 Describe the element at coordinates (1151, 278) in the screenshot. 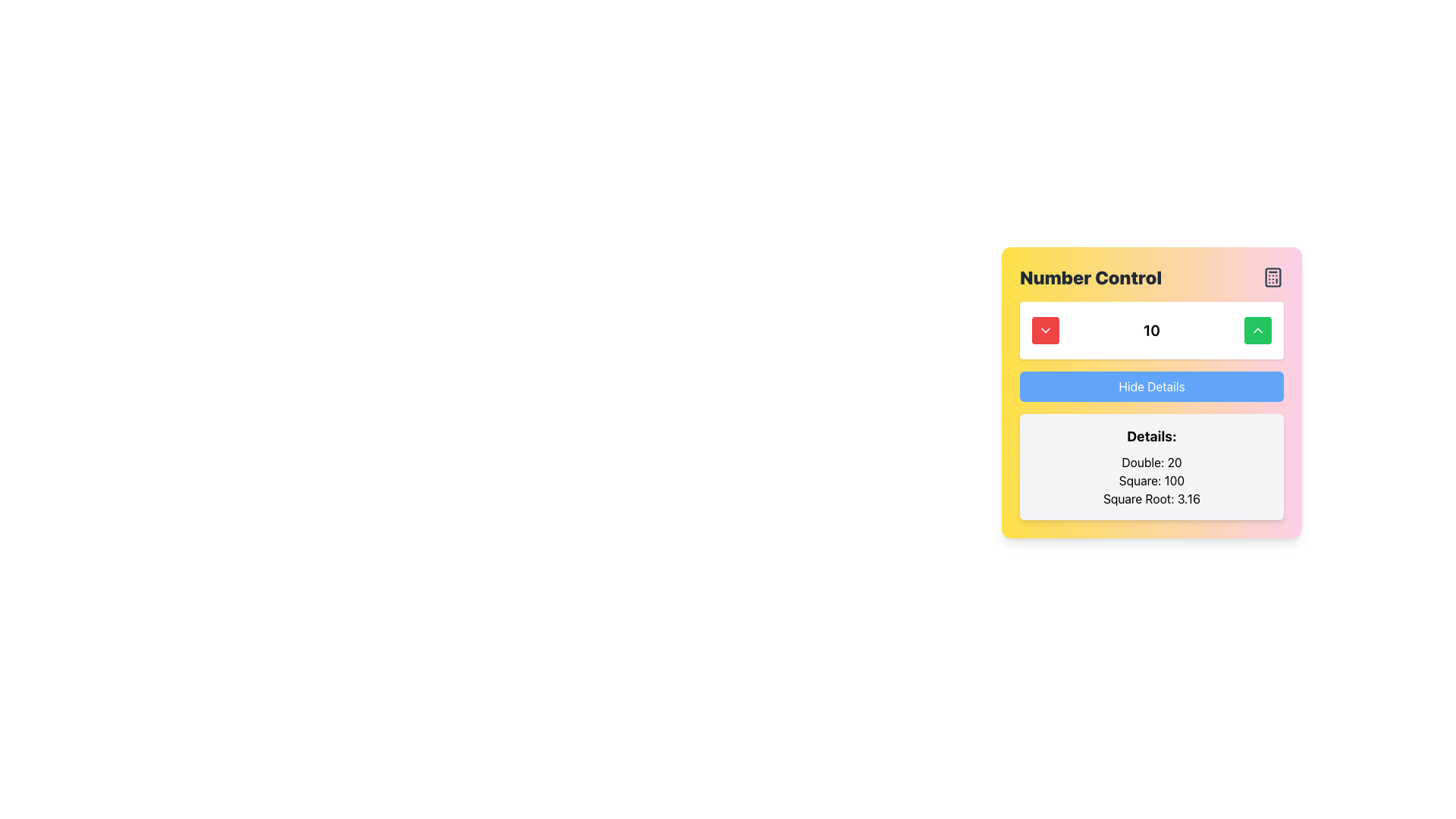

I see `the Static Text Header labeled 'Number Control' with a gradient background from yellow to pink, which contains a calculator icon on the right` at that location.